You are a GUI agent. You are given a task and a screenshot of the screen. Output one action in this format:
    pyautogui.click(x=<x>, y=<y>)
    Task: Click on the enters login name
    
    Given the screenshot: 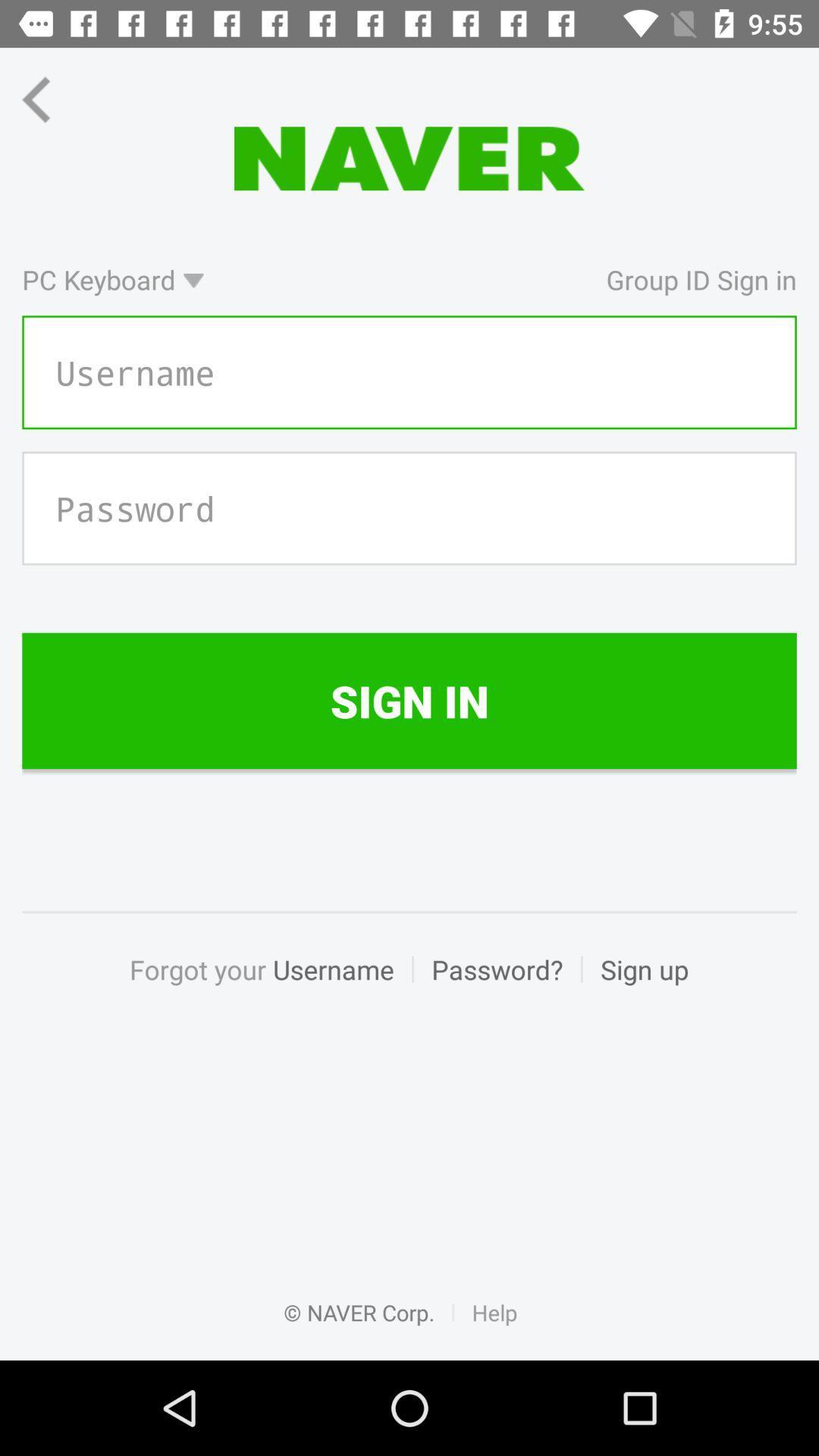 What is the action you would take?
    pyautogui.click(x=409, y=372)
    